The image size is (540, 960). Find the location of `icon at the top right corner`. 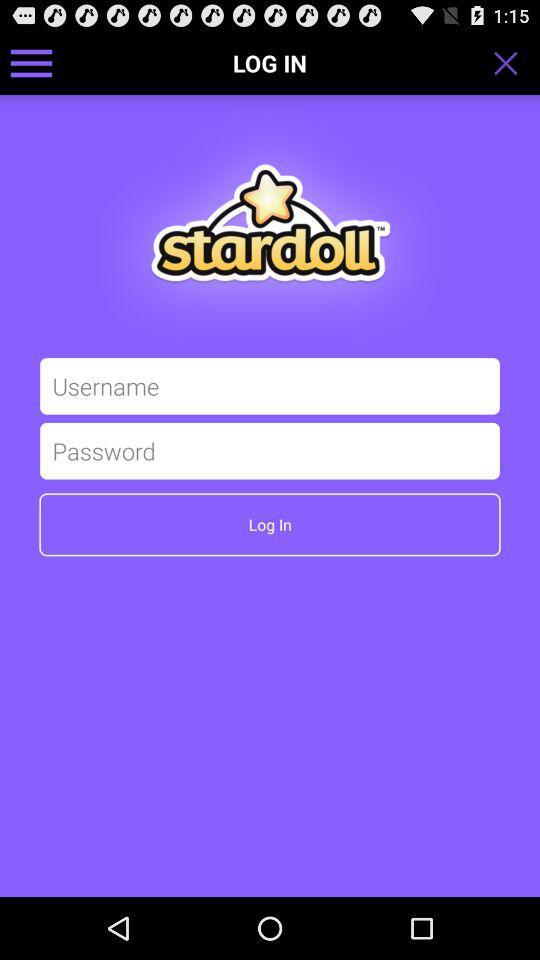

icon at the top right corner is located at coordinates (512, 62).